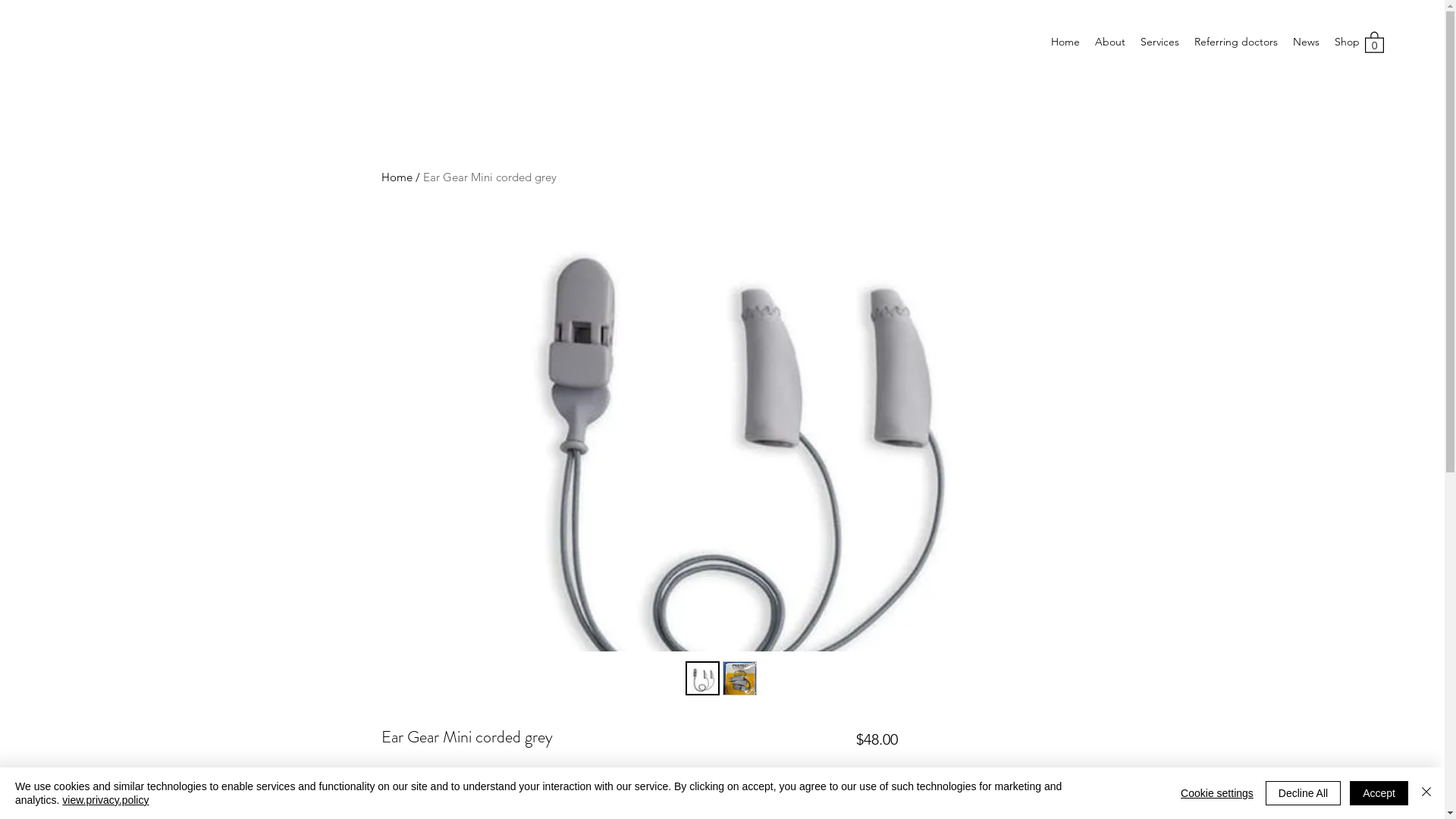  Describe the element at coordinates (396, 176) in the screenshot. I see `'Home'` at that location.